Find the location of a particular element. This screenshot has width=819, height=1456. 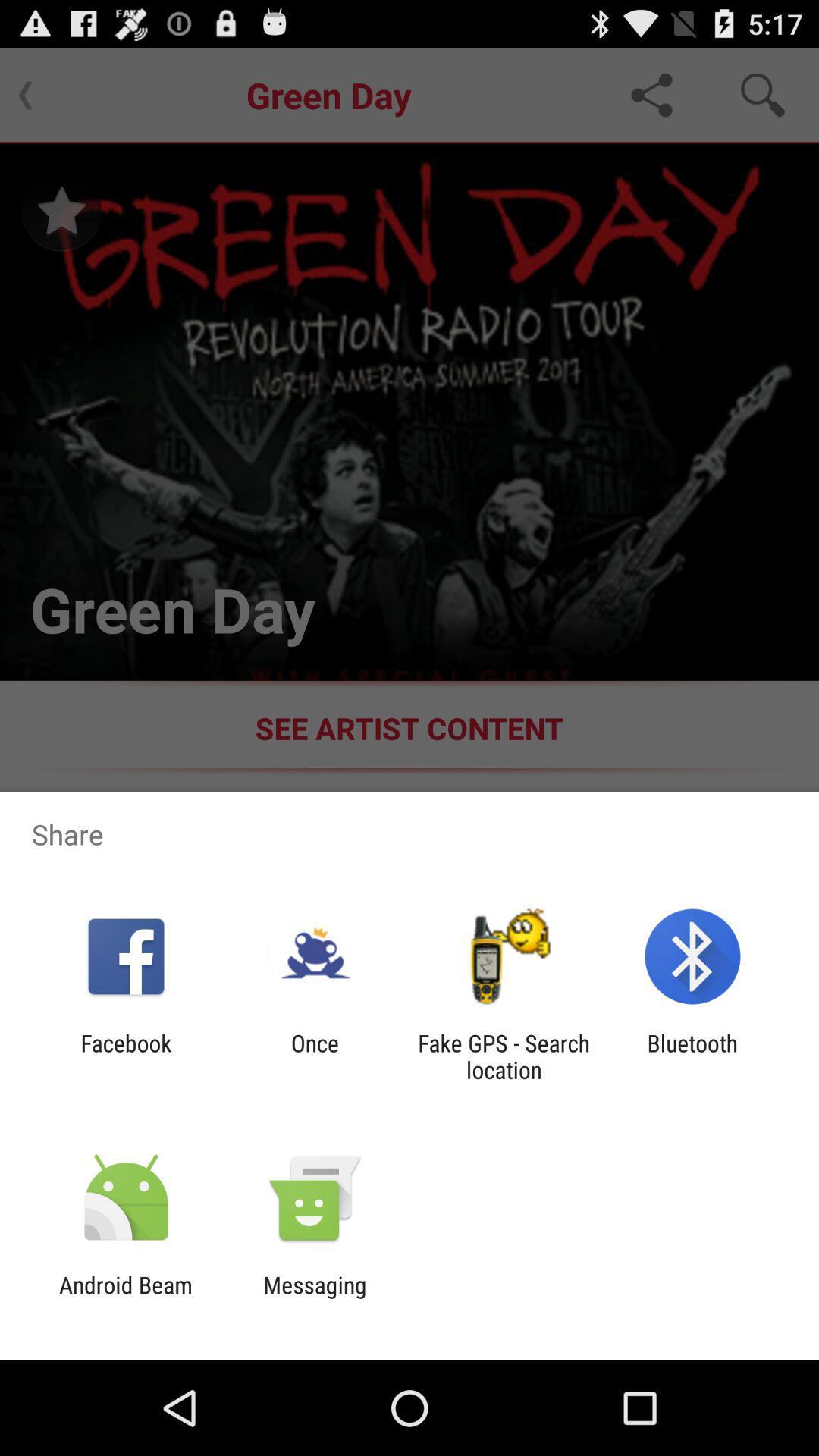

item to the right of the facebook app is located at coordinates (314, 1056).